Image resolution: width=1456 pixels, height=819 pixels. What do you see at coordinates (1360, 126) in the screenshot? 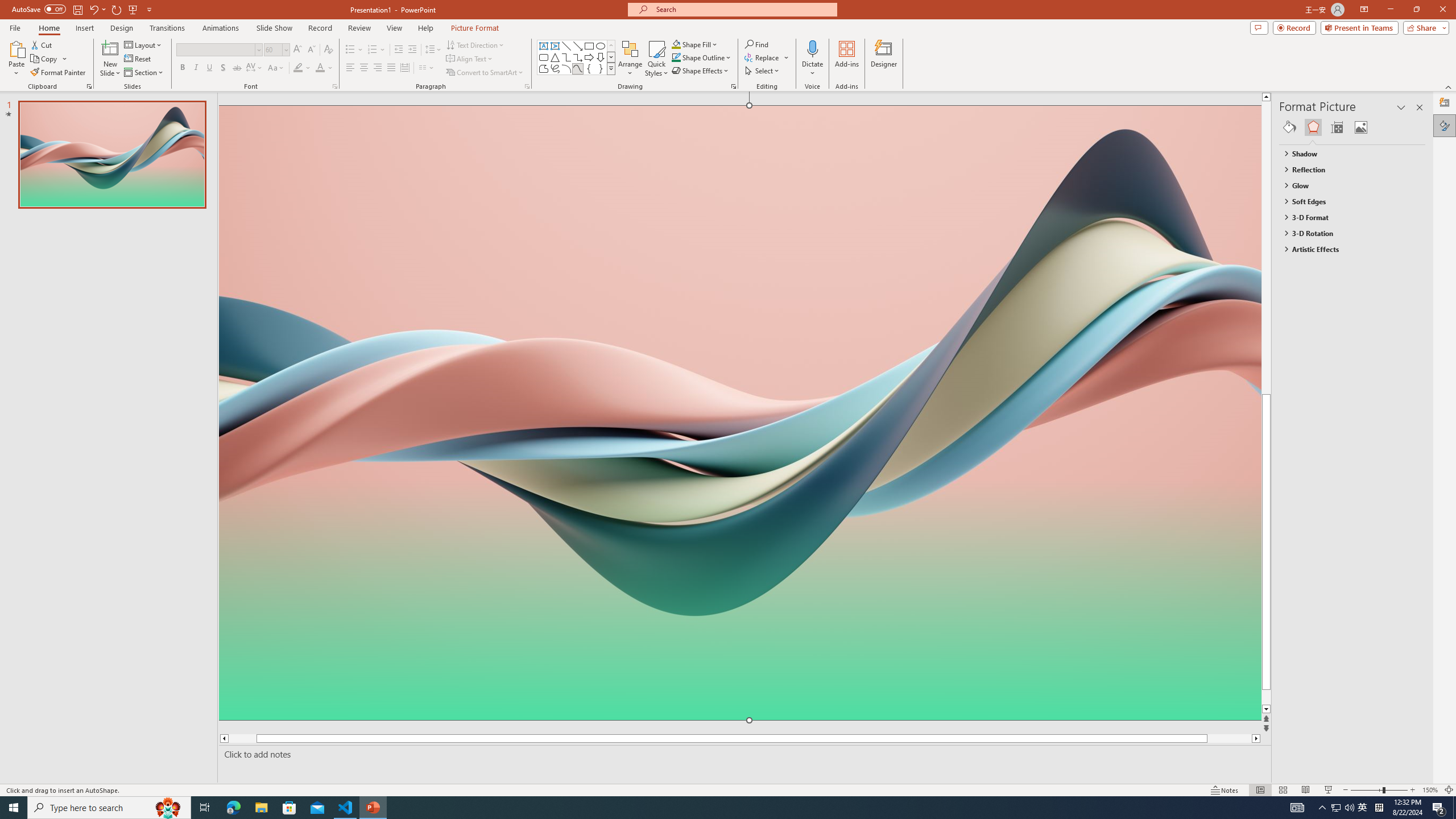
I see `'Picture'` at bounding box center [1360, 126].